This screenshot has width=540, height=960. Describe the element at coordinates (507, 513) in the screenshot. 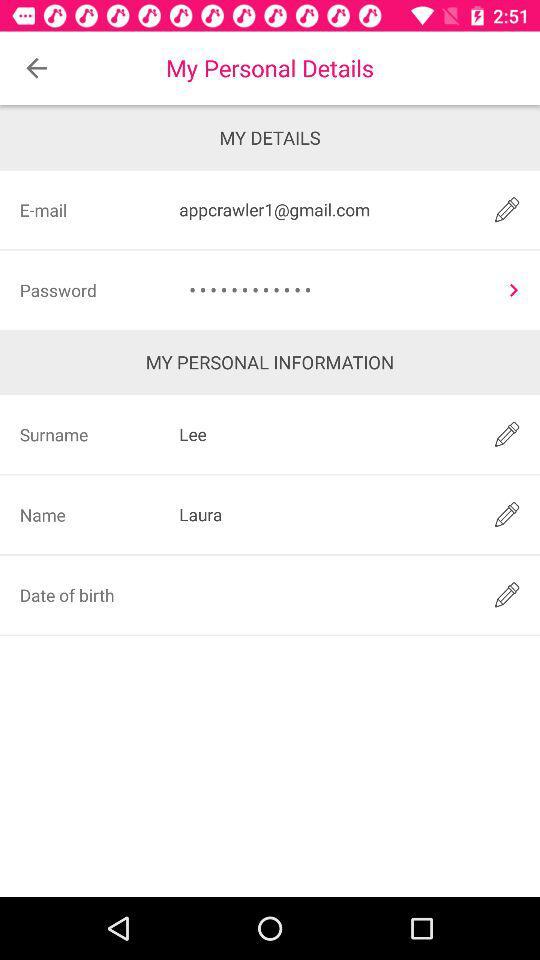

I see `the edit icon` at that location.